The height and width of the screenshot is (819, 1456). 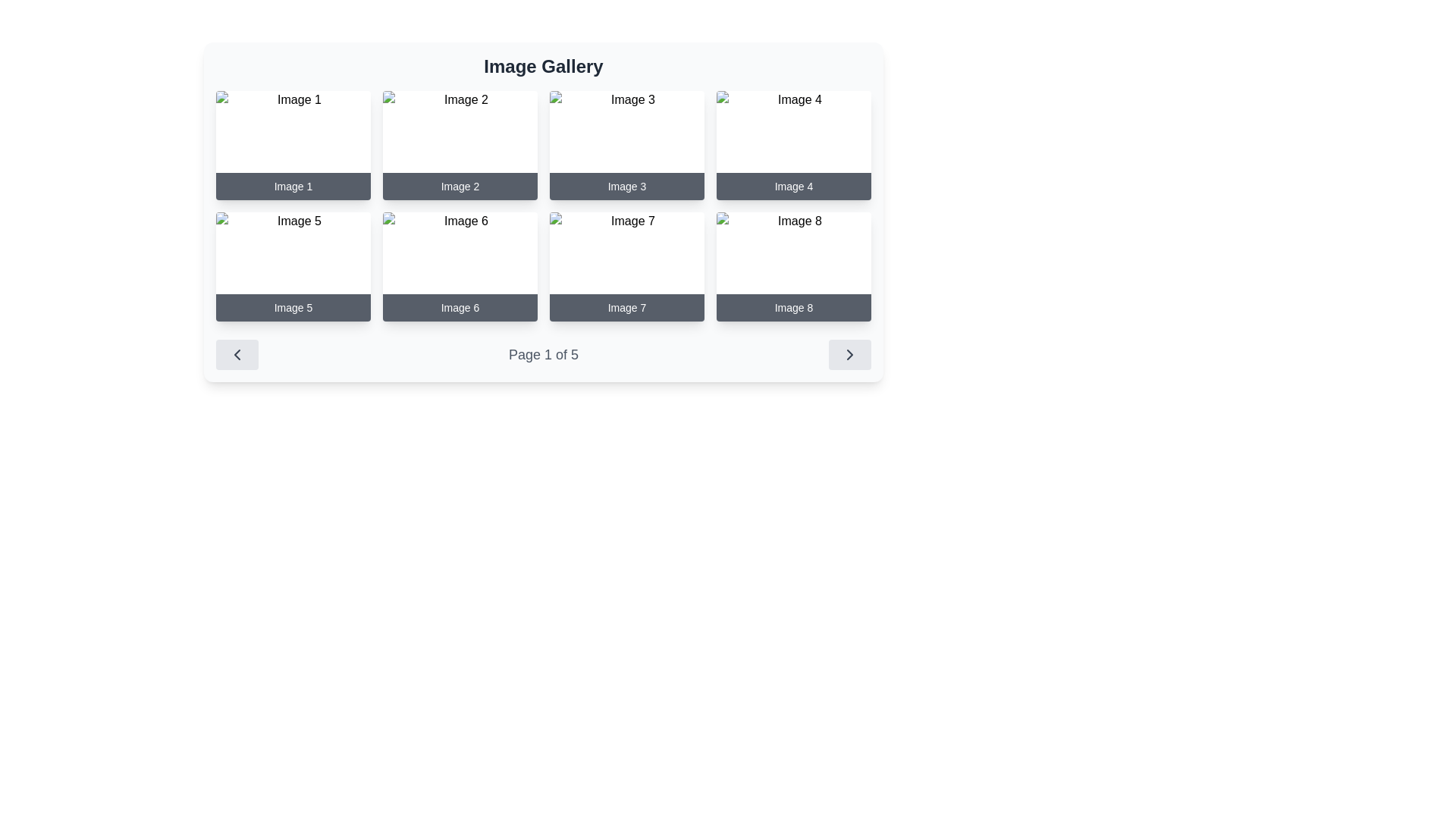 I want to click on the text label located at the bottom of the card labeled 'Image 2', which is a horizontal dark gray bar with white text, positioned in the top row, second from the left in a 2x4 grid layout, so click(x=459, y=186).